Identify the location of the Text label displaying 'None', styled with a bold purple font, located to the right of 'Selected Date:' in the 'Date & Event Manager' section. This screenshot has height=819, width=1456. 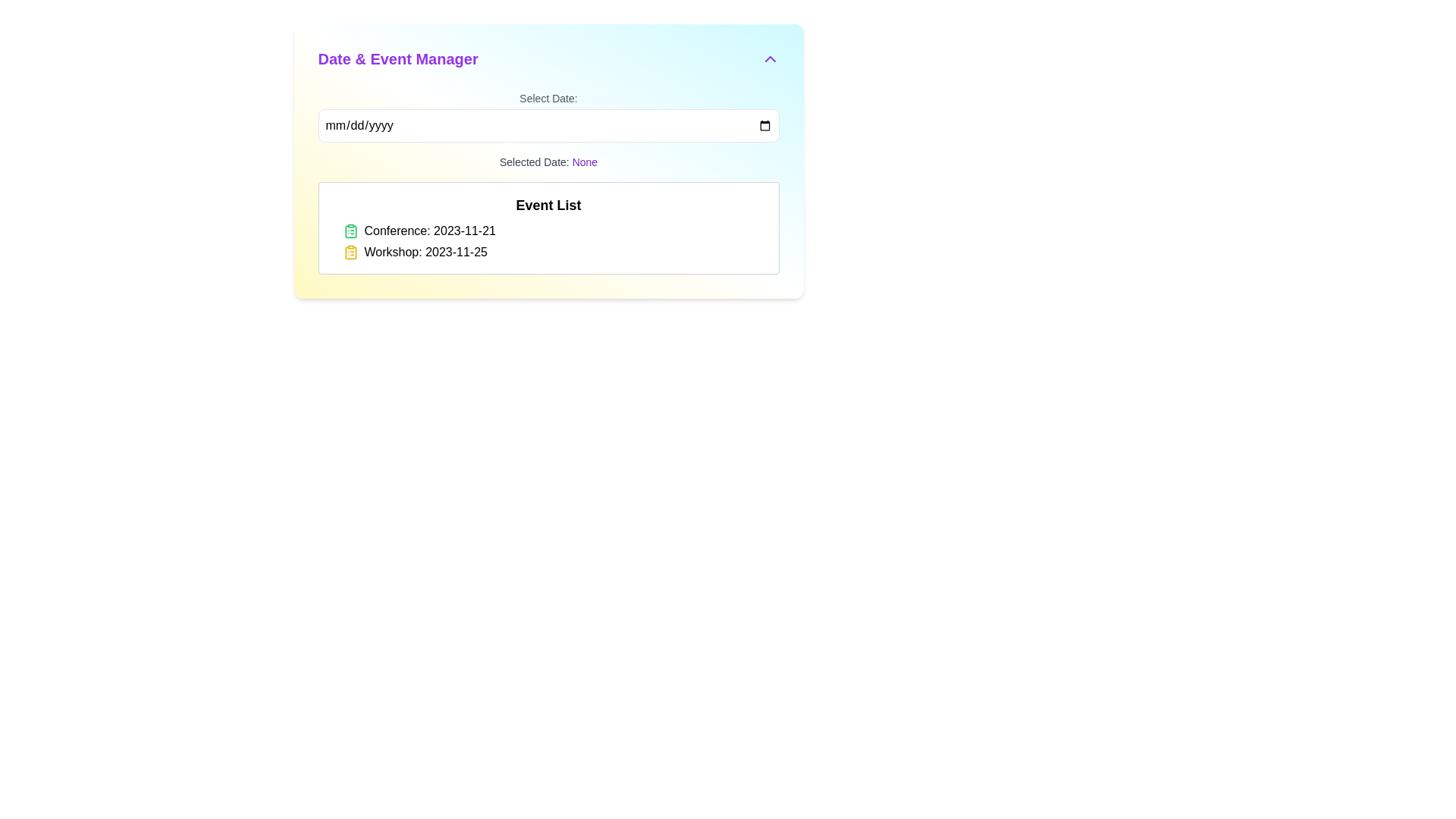
(584, 162).